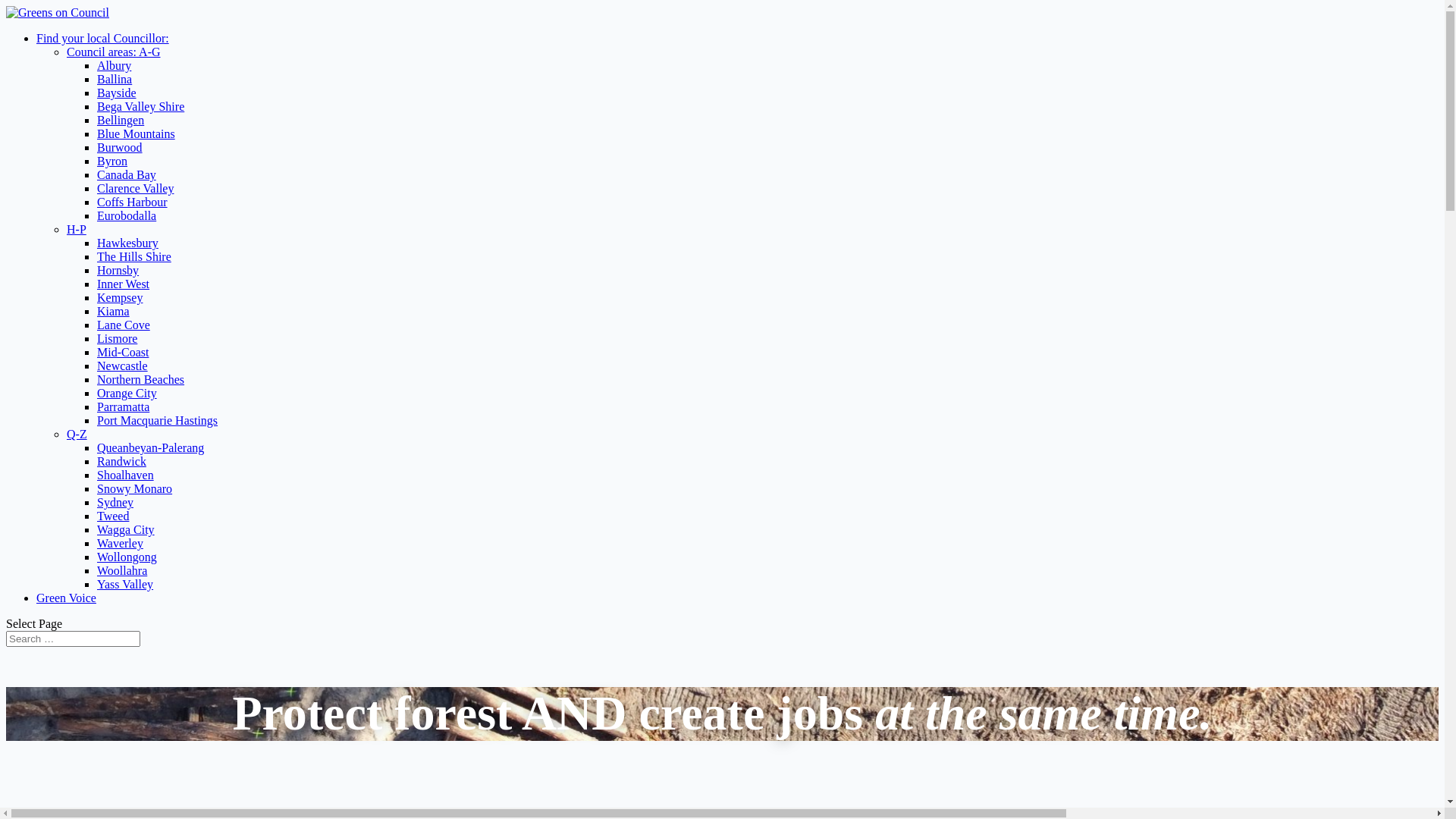  Describe the element at coordinates (112, 310) in the screenshot. I see `'Kiama'` at that location.